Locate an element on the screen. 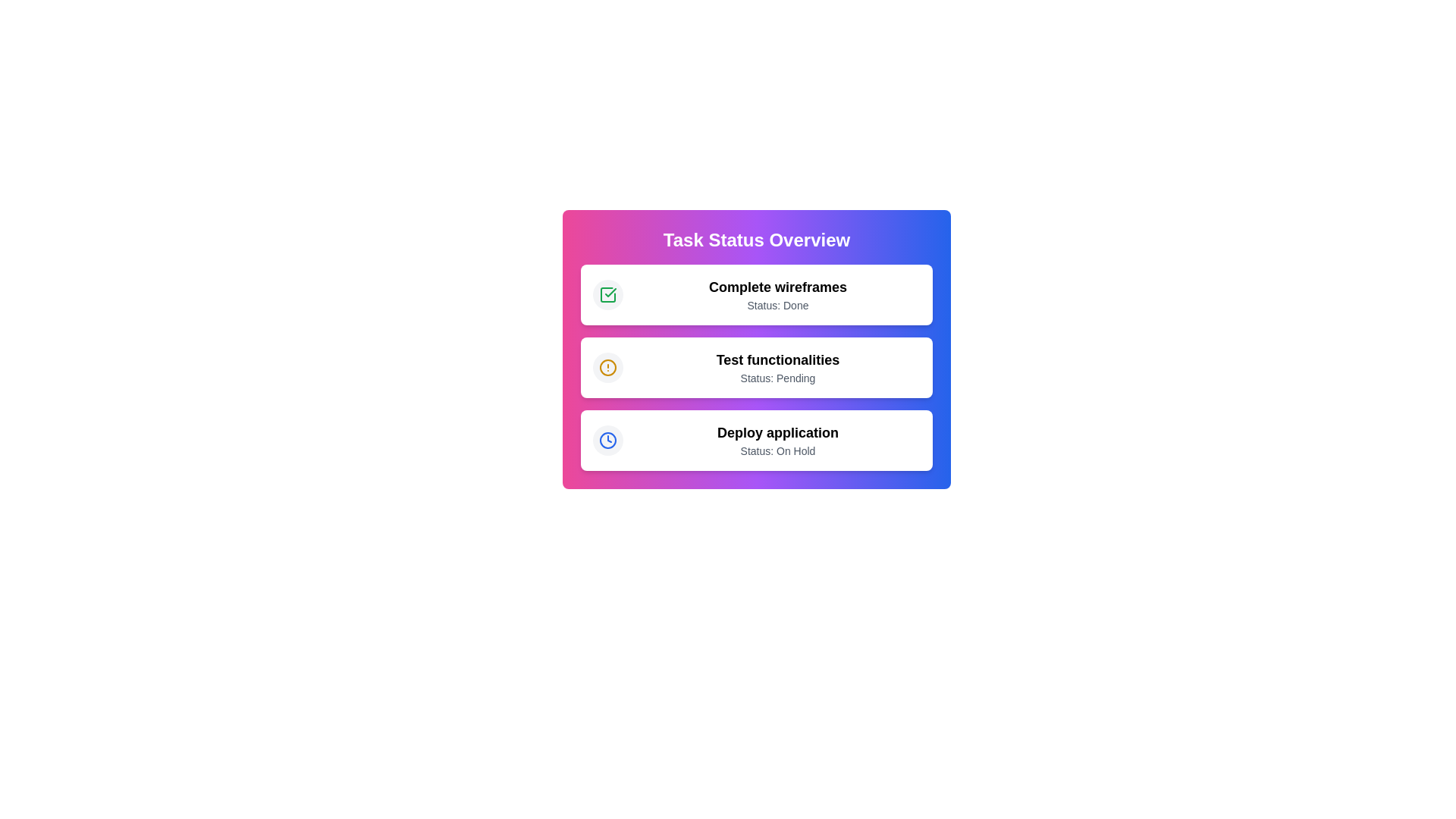 This screenshot has height=819, width=1456. the task 'Deploy application' from the list to highlight it is located at coordinates (757, 441).